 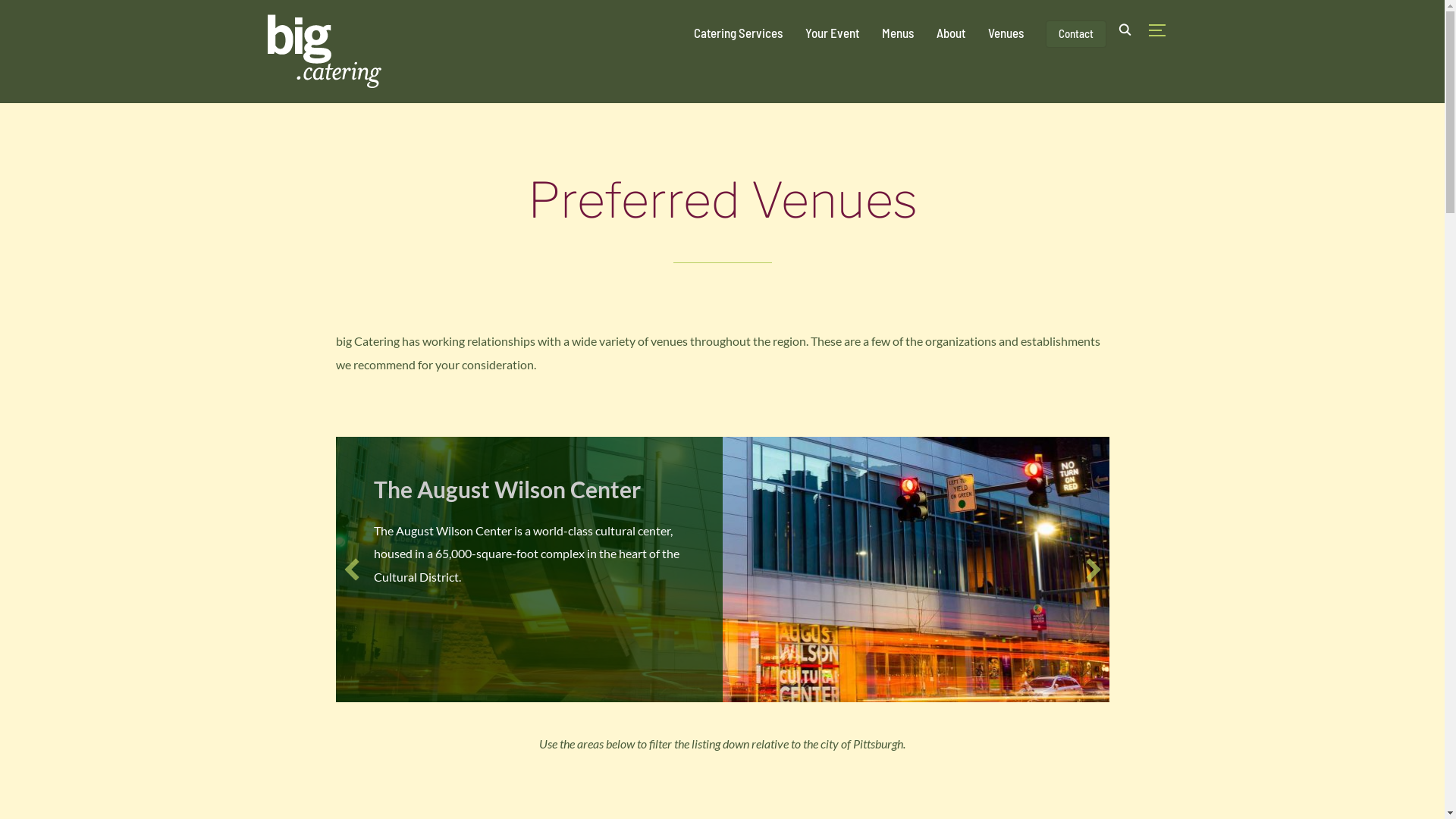 I want to click on 'Contact', so click(x=1046, y=34).